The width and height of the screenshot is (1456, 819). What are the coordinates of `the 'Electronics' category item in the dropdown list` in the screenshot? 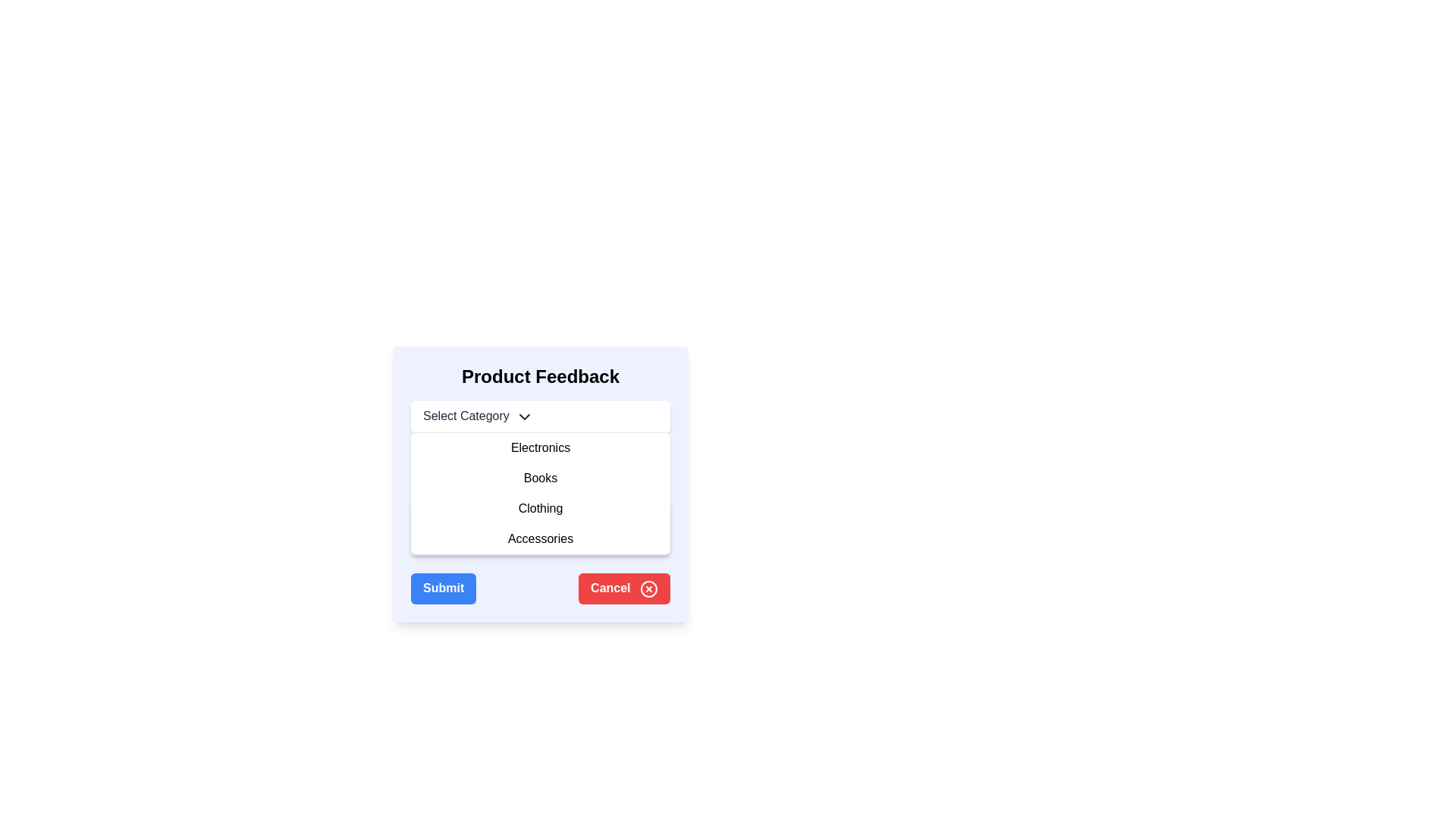 It's located at (541, 447).